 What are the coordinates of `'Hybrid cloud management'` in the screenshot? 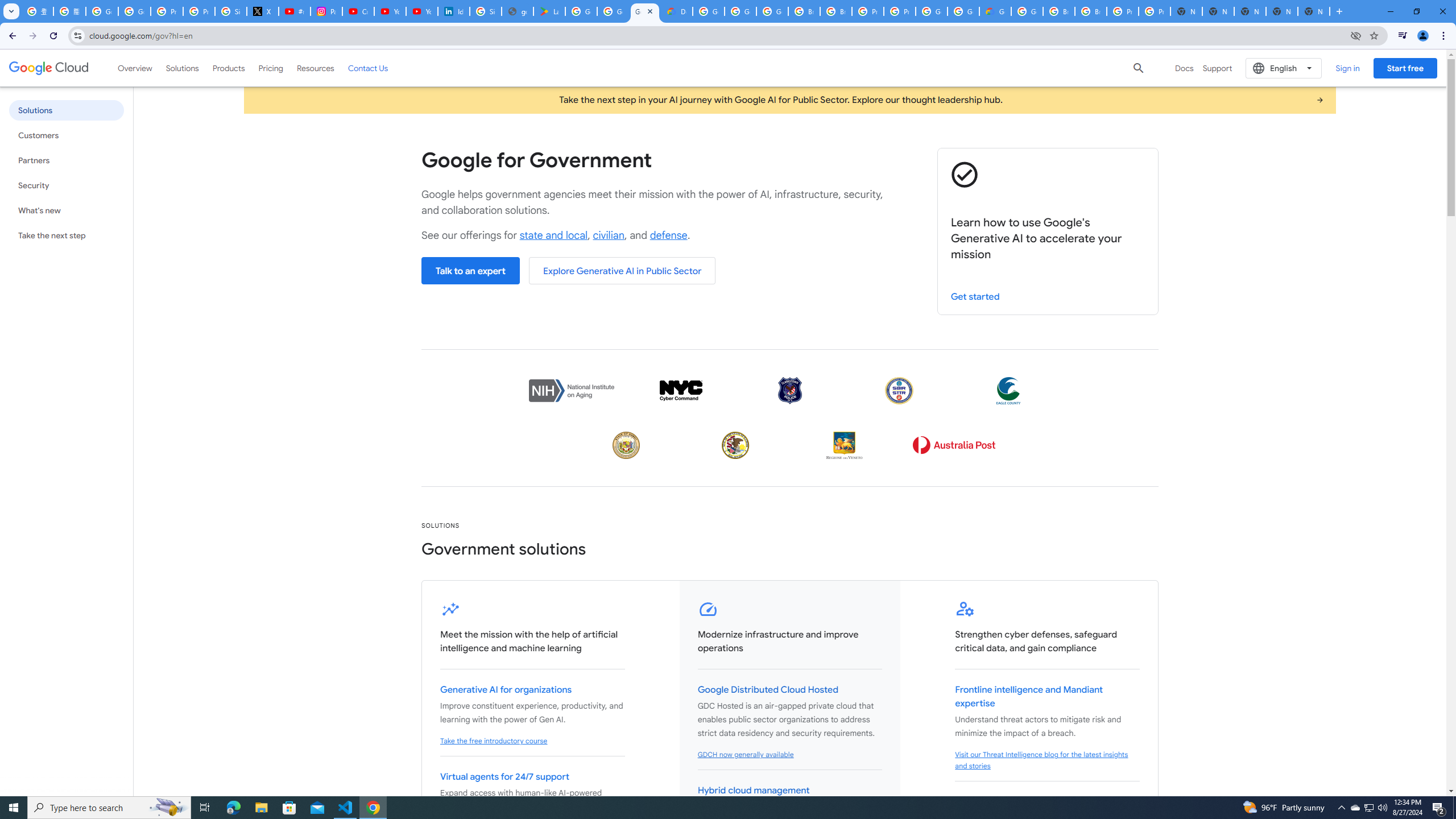 It's located at (753, 791).